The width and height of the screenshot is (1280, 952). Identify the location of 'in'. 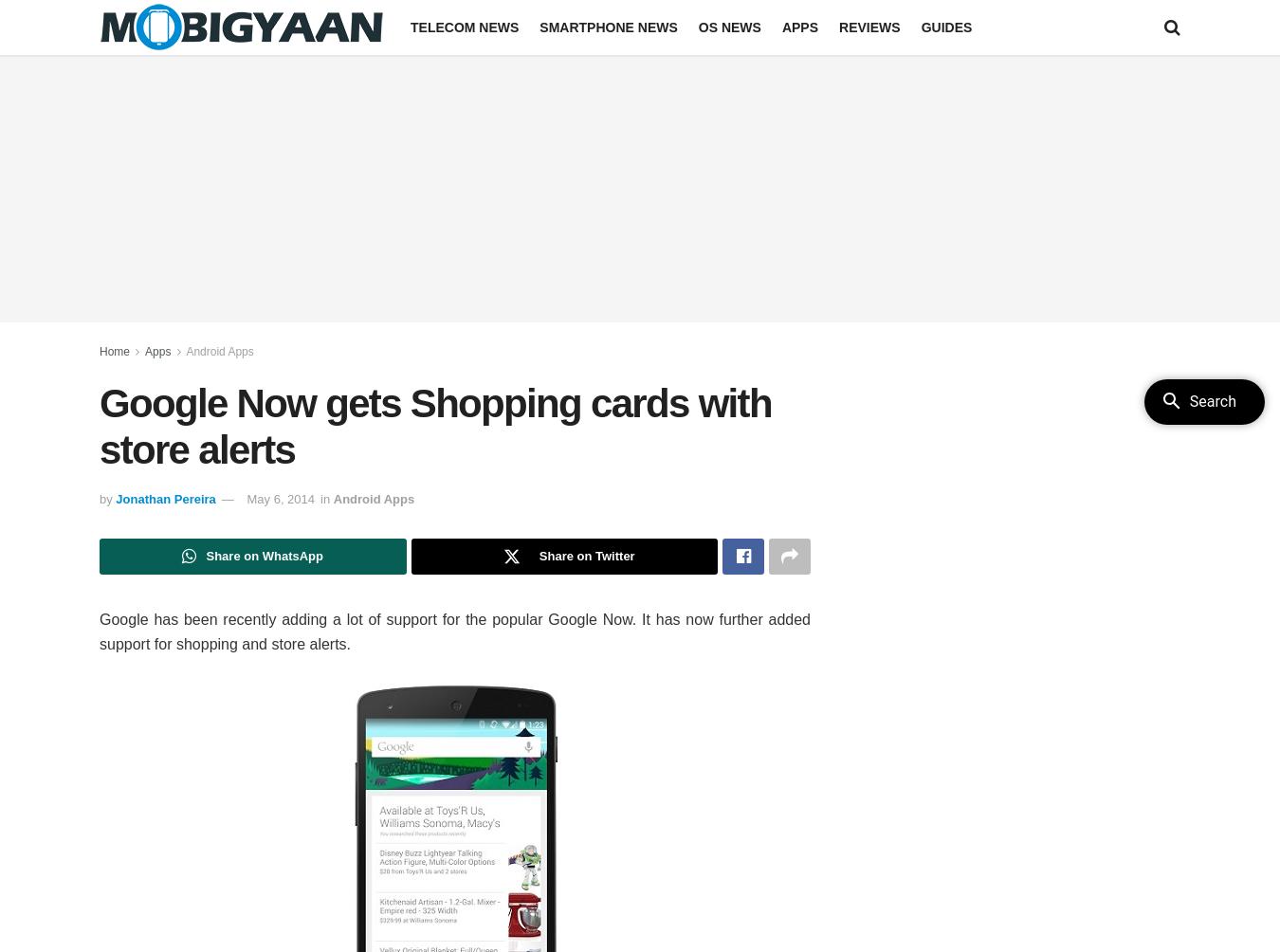
(325, 498).